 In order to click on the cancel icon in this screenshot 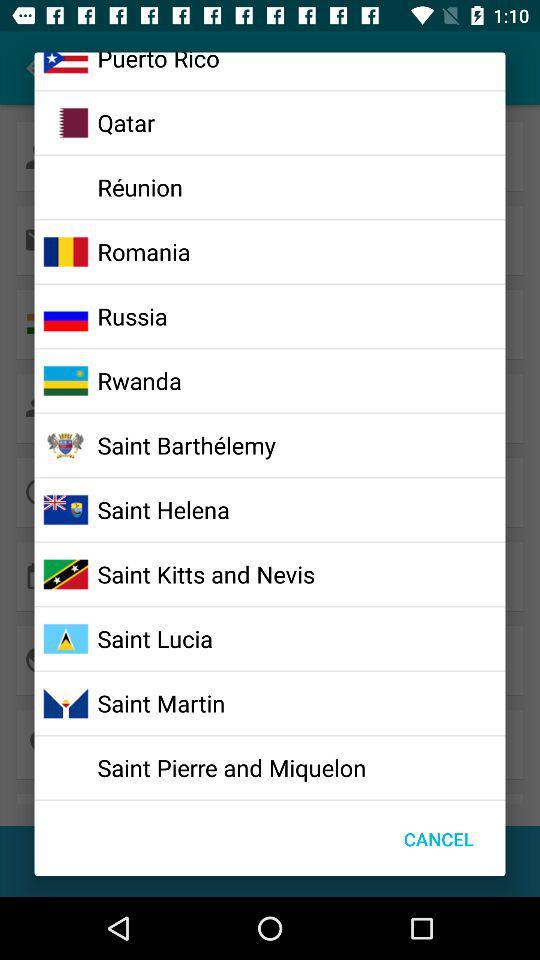, I will do `click(437, 839)`.